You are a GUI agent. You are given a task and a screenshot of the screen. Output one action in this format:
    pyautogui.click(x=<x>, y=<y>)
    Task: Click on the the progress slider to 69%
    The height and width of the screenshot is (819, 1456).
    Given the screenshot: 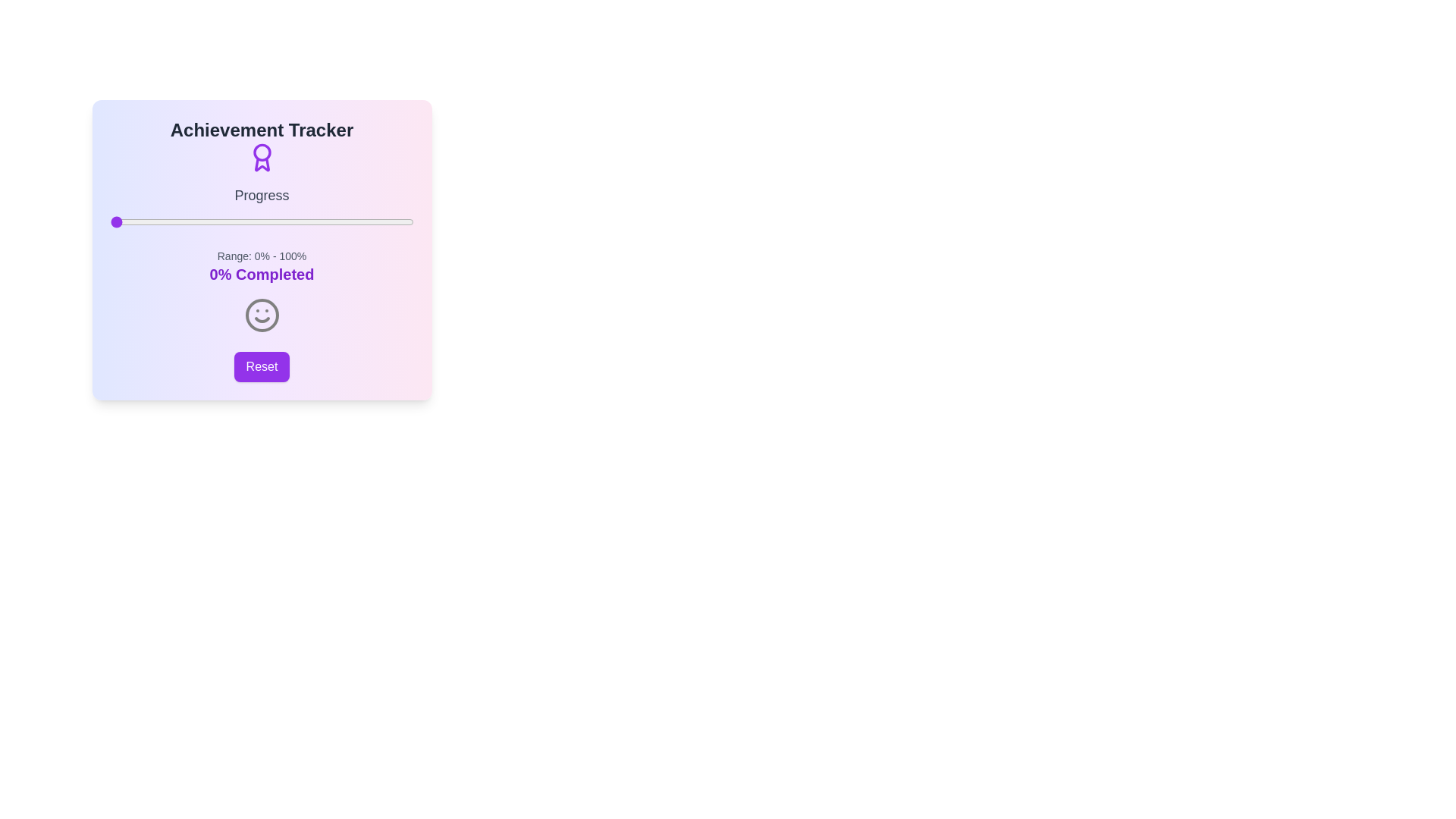 What is the action you would take?
    pyautogui.click(x=318, y=222)
    